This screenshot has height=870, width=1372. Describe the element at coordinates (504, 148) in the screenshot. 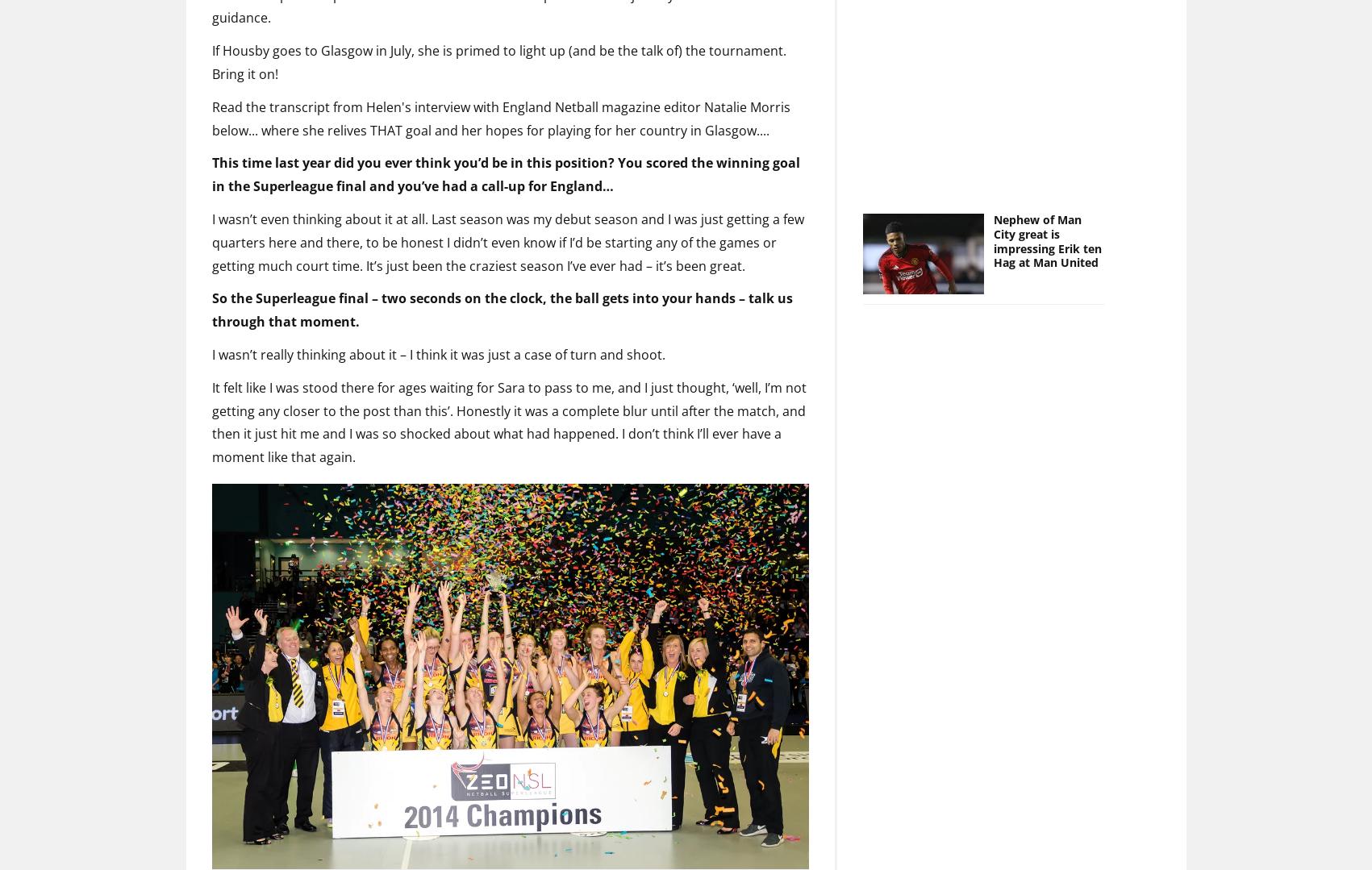

I see `'This time last year did you ever think you’d be in this position? You scored the winning goal in the Superleague final and you’ve had a call-up for England…'` at that location.